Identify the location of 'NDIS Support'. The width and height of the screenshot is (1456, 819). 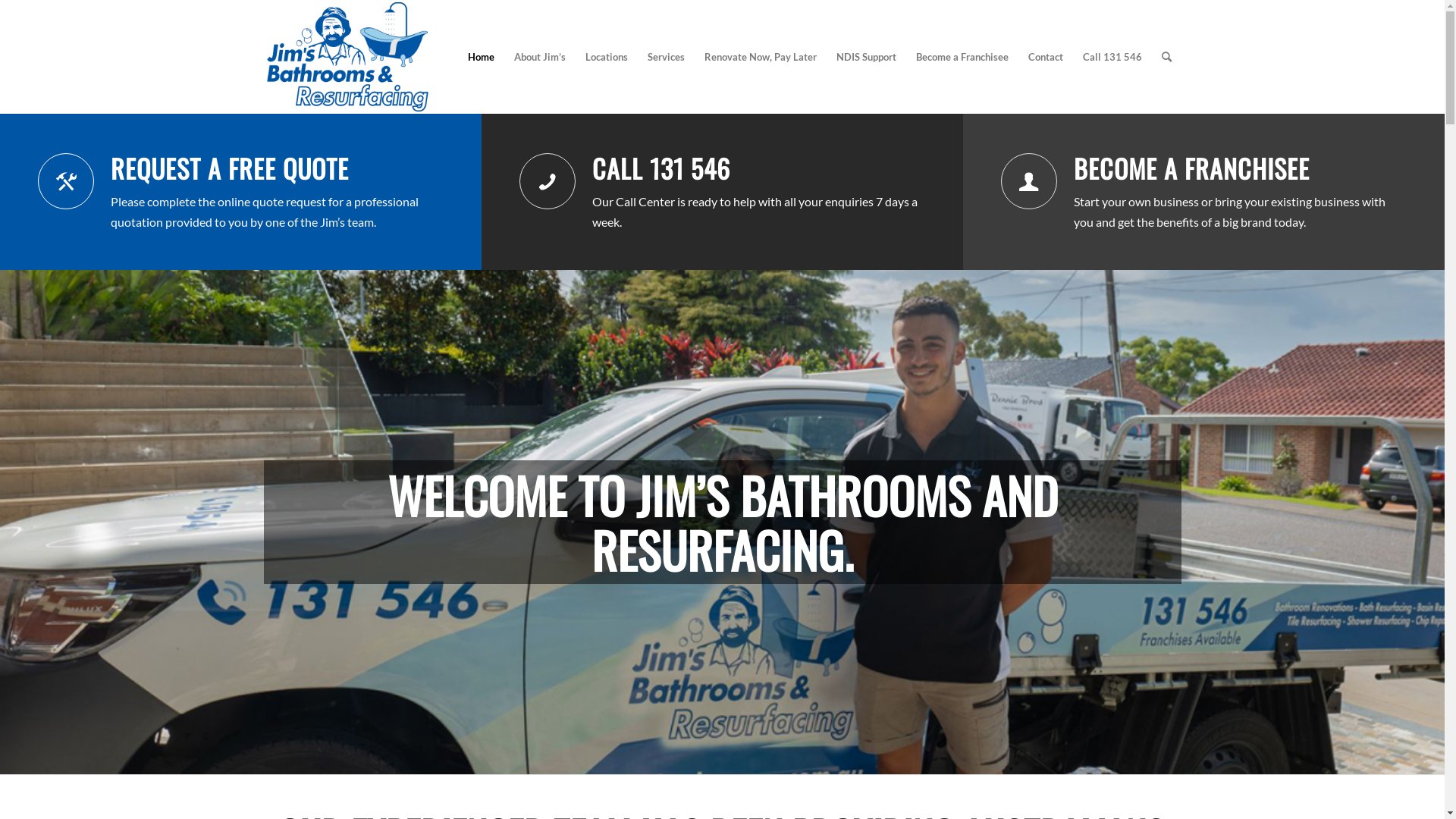
(866, 55).